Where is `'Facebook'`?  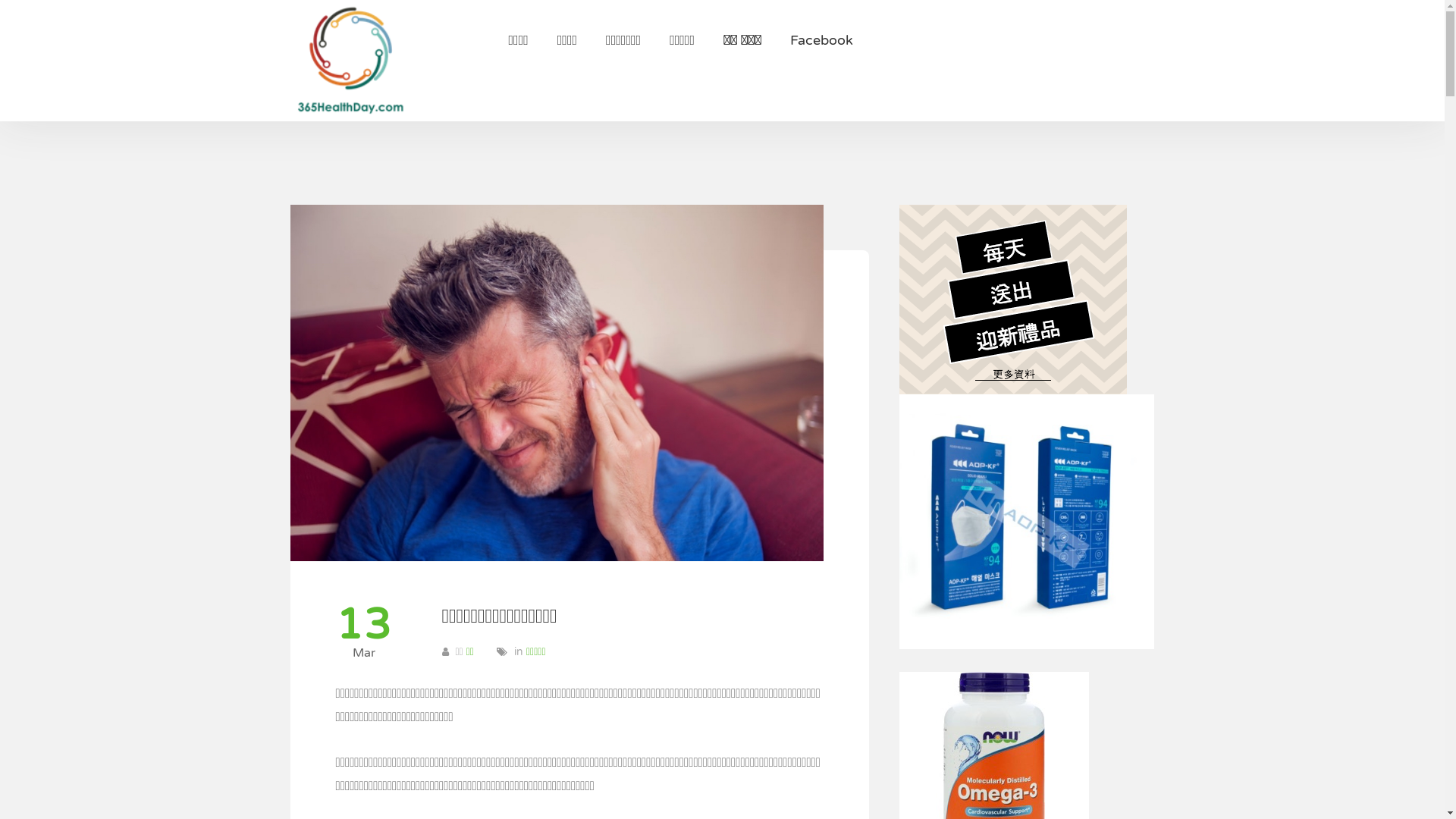
'Facebook' is located at coordinates (821, 39).